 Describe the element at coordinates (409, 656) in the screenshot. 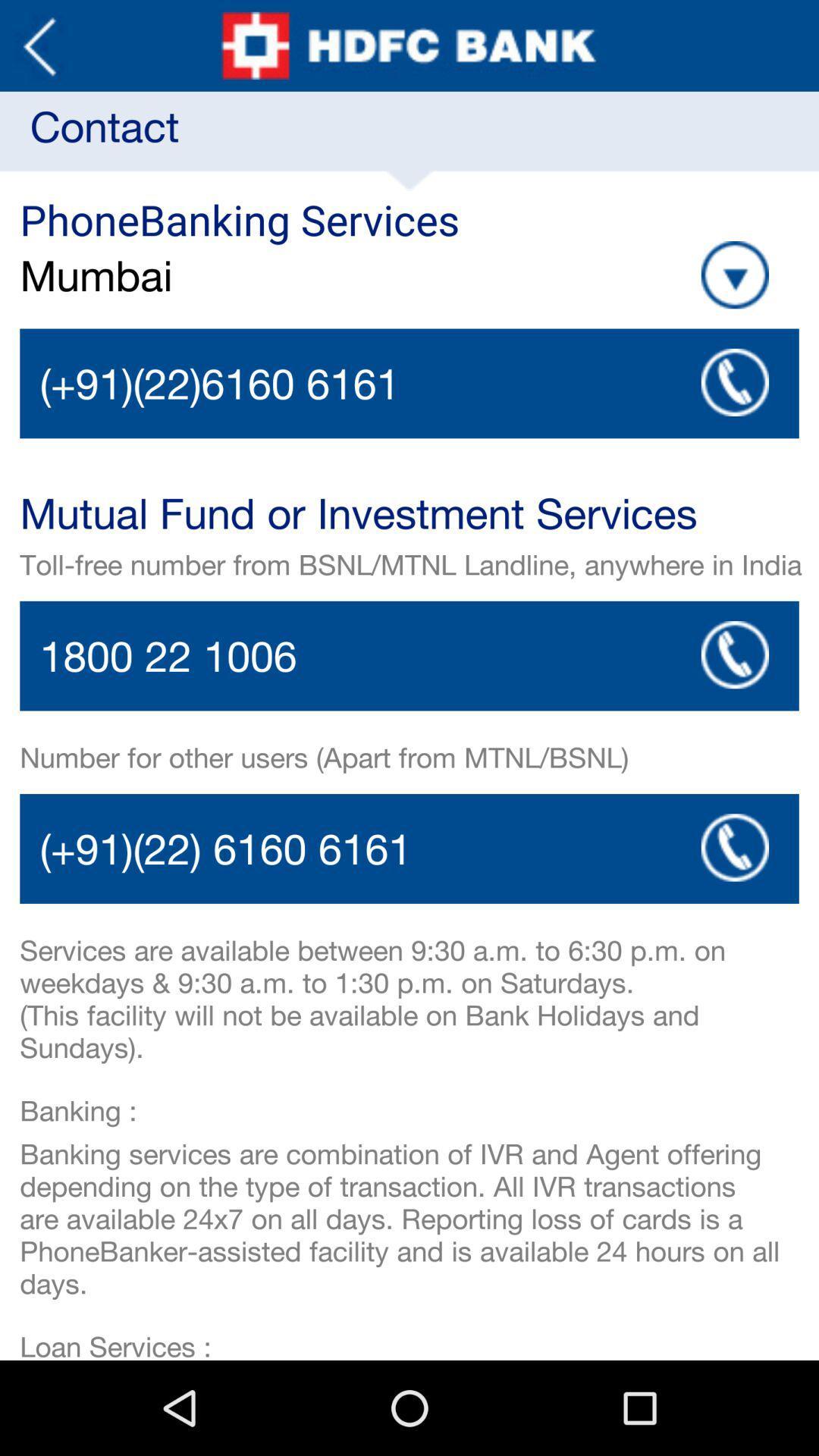

I see `contact no tab` at that location.